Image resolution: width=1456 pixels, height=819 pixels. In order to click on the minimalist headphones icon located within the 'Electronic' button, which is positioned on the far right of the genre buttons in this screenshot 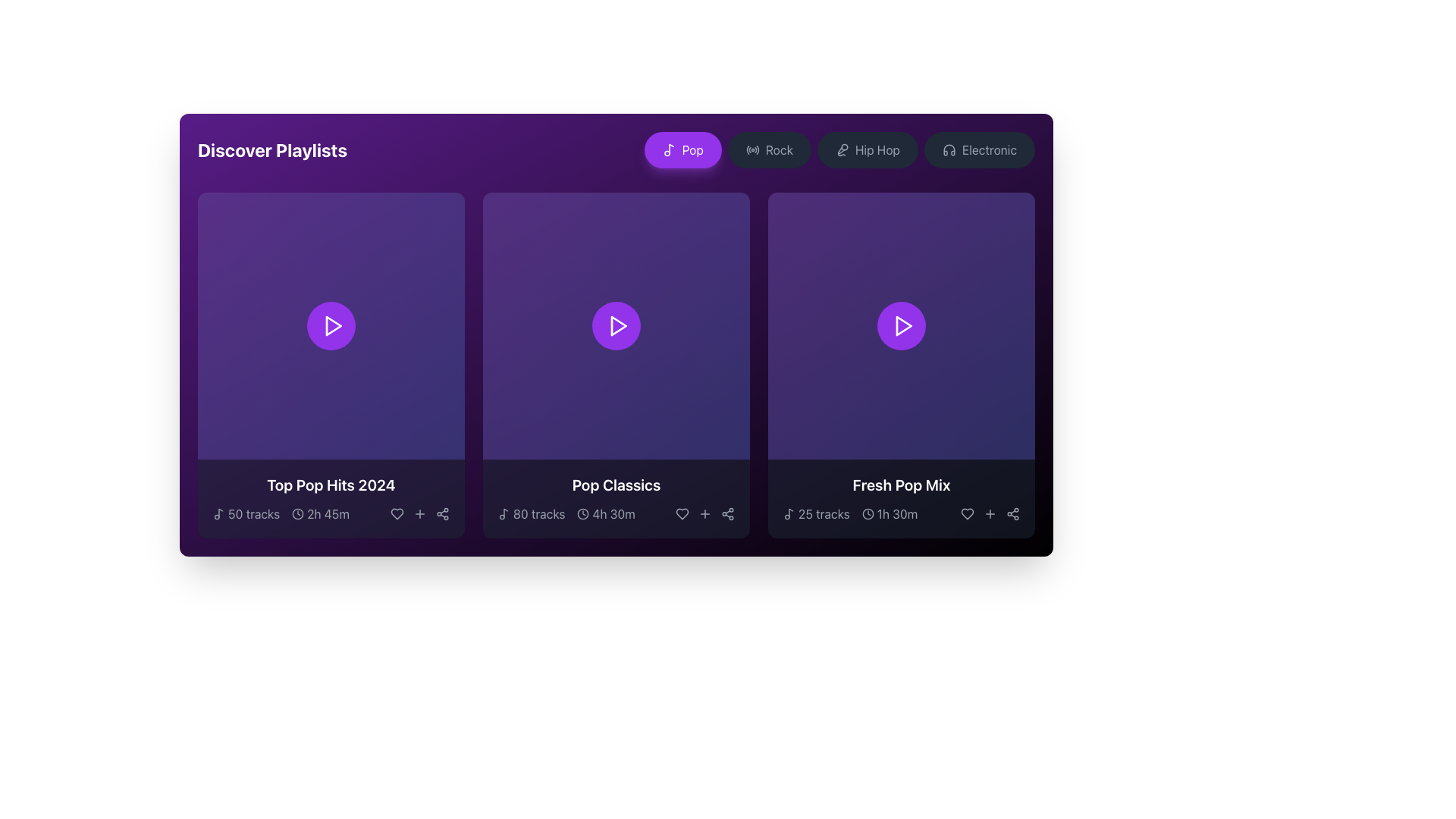, I will do `click(948, 149)`.